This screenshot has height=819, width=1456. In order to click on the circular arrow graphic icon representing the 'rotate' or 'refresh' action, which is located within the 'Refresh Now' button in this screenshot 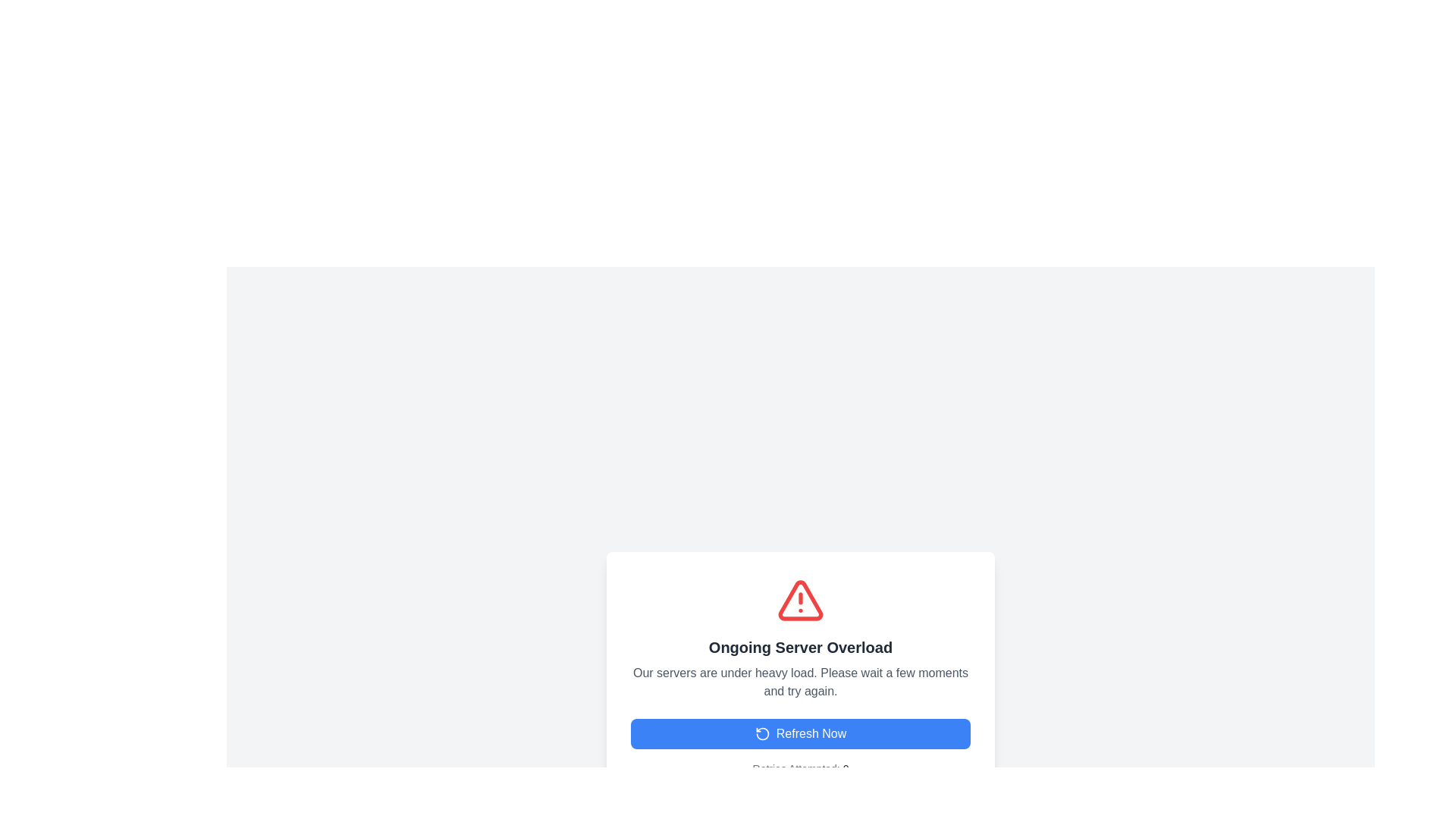, I will do `click(762, 733)`.